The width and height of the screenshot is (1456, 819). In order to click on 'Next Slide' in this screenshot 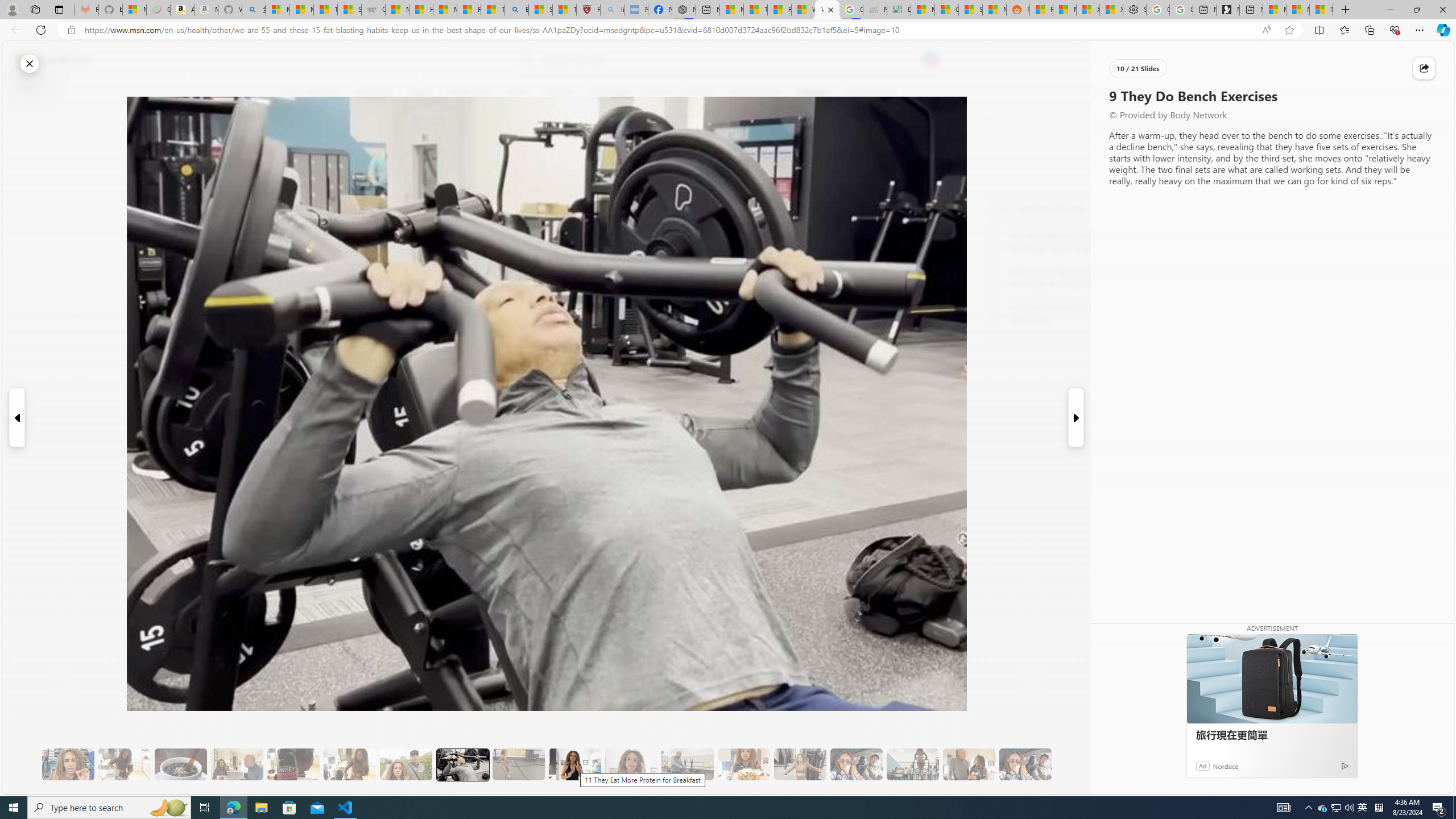, I will do `click(1076, 417)`.